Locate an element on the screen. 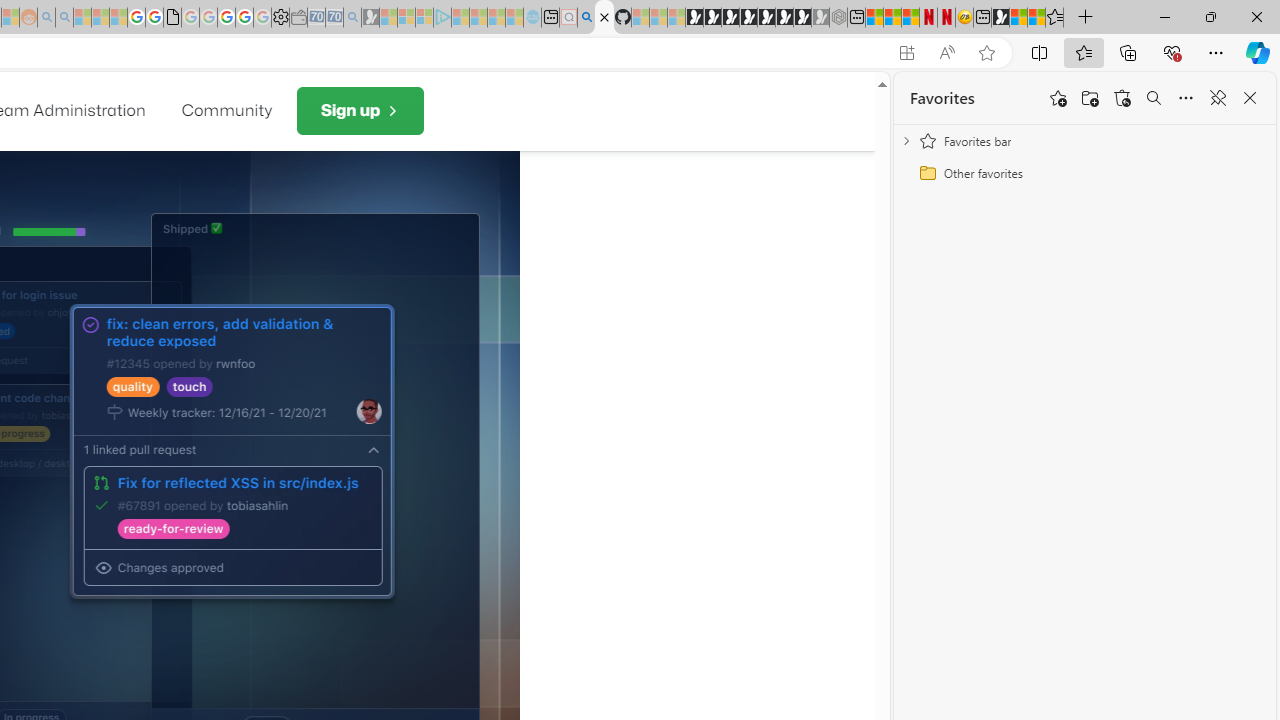  'google_privacy_policy_zh-CN.pdf' is located at coordinates (172, 17).